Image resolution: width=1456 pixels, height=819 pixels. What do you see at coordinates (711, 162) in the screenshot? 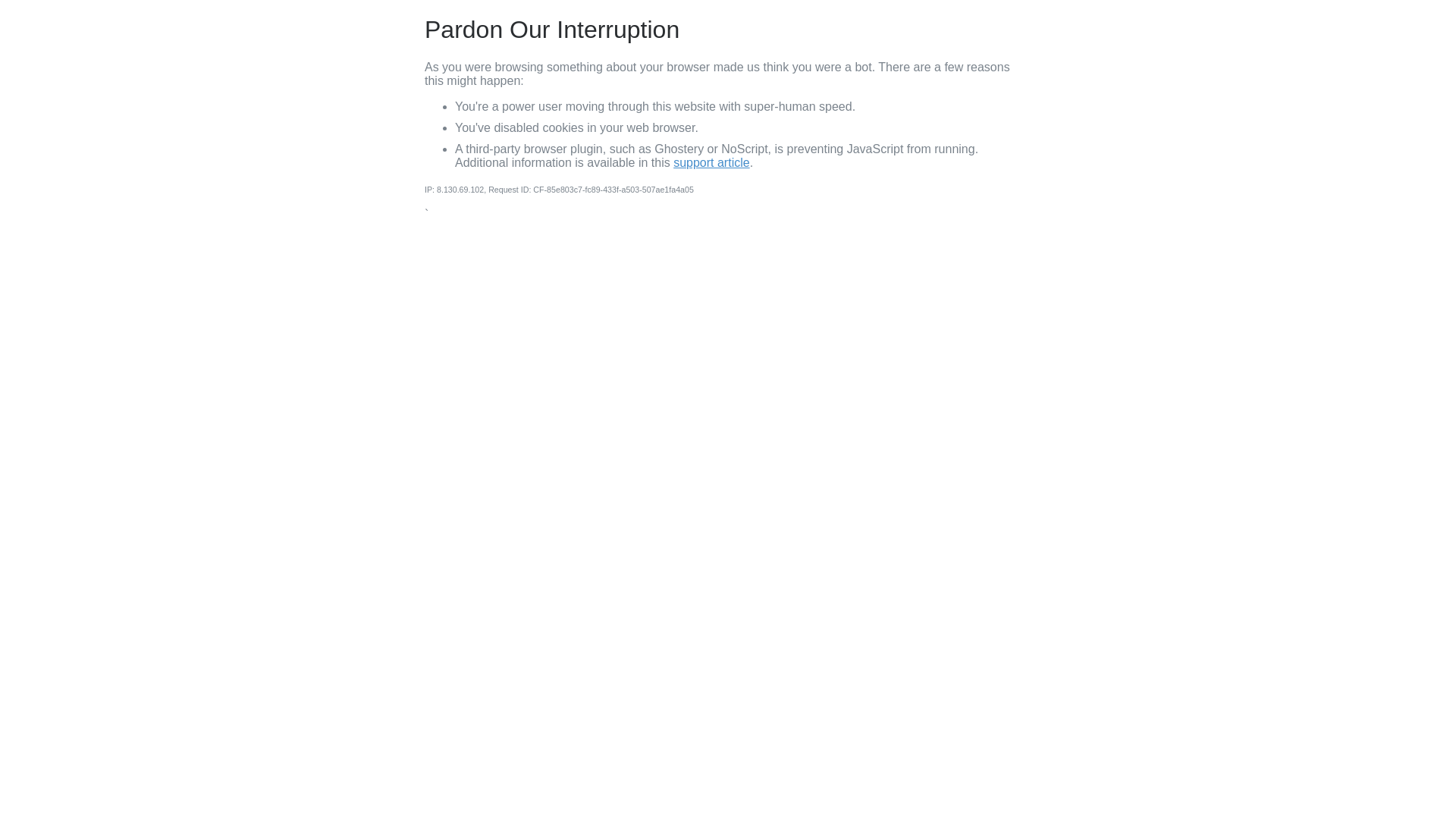
I see `'support article'` at bounding box center [711, 162].